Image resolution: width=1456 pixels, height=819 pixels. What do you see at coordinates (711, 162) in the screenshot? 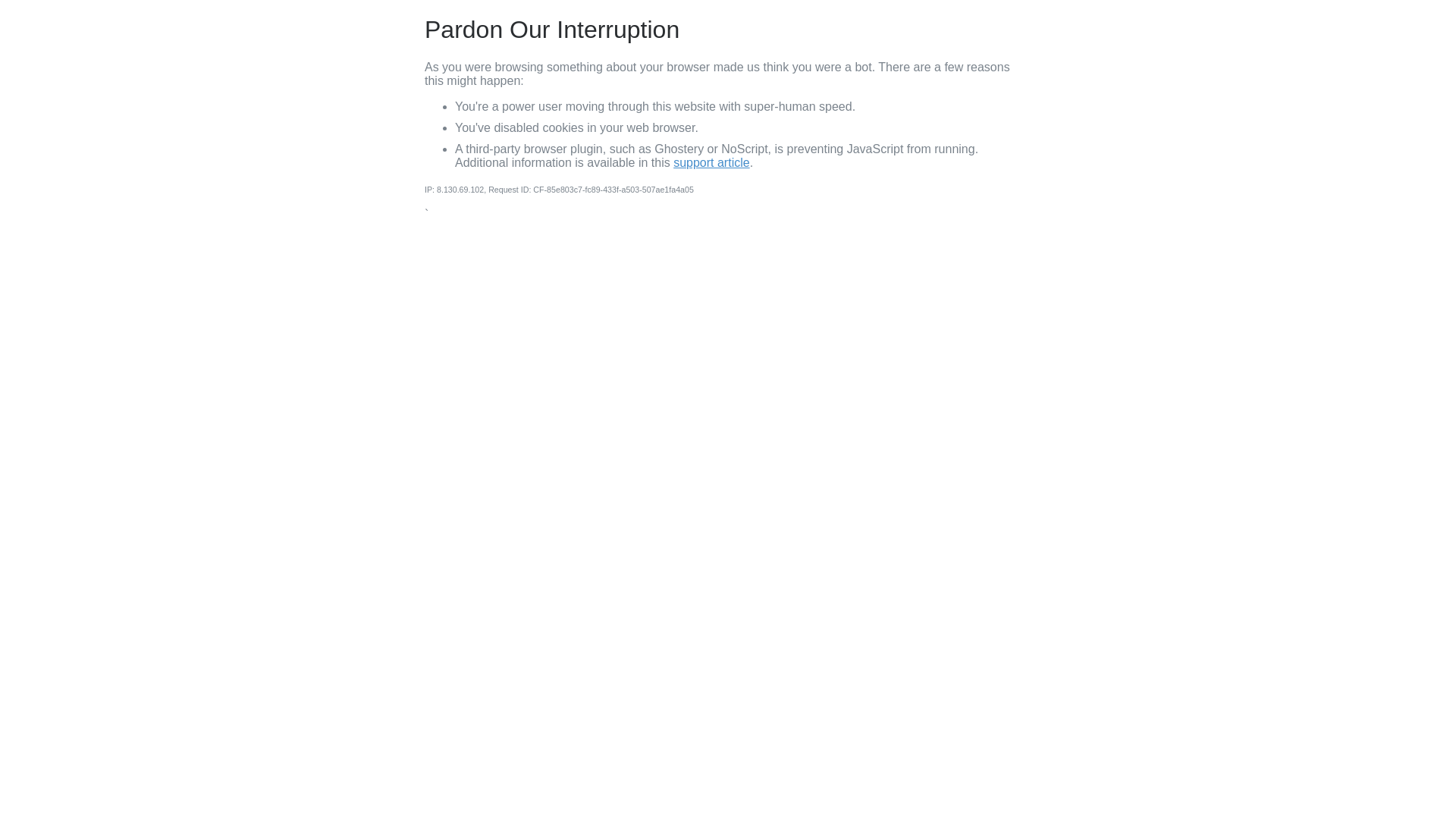
I see `'support article'` at bounding box center [711, 162].